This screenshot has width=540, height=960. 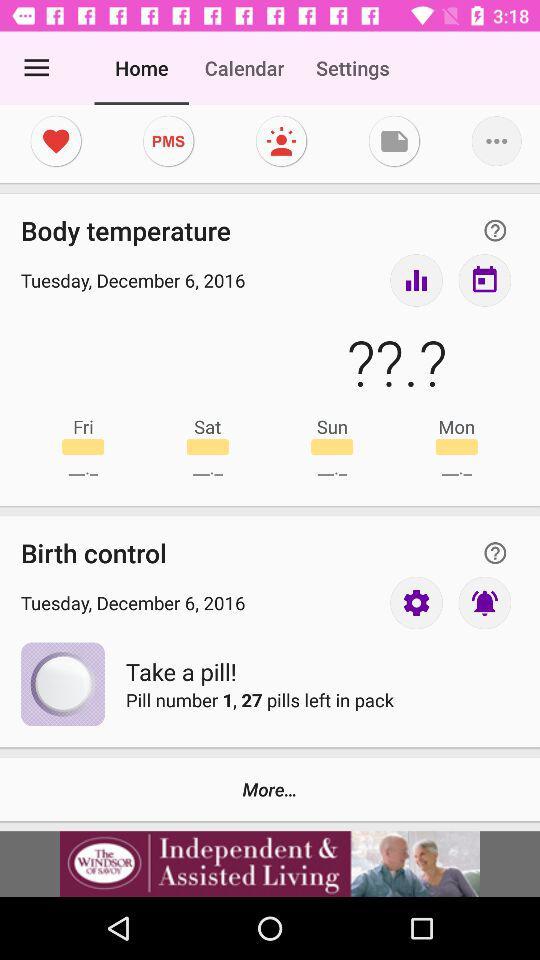 I want to click on question mark, so click(x=494, y=230).